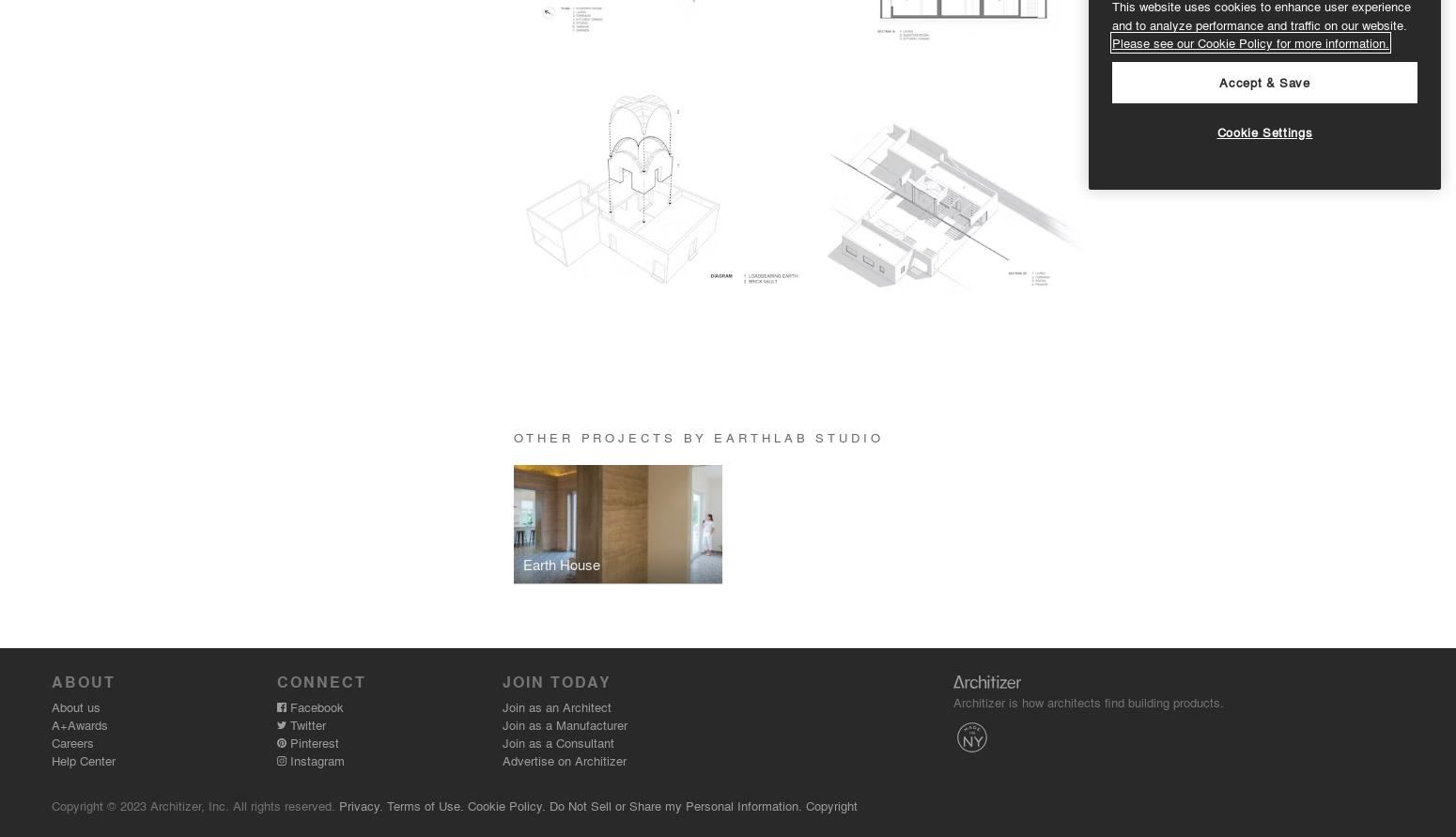 This screenshot has width=1456, height=837. I want to click on 'Copyright', so click(831, 804).